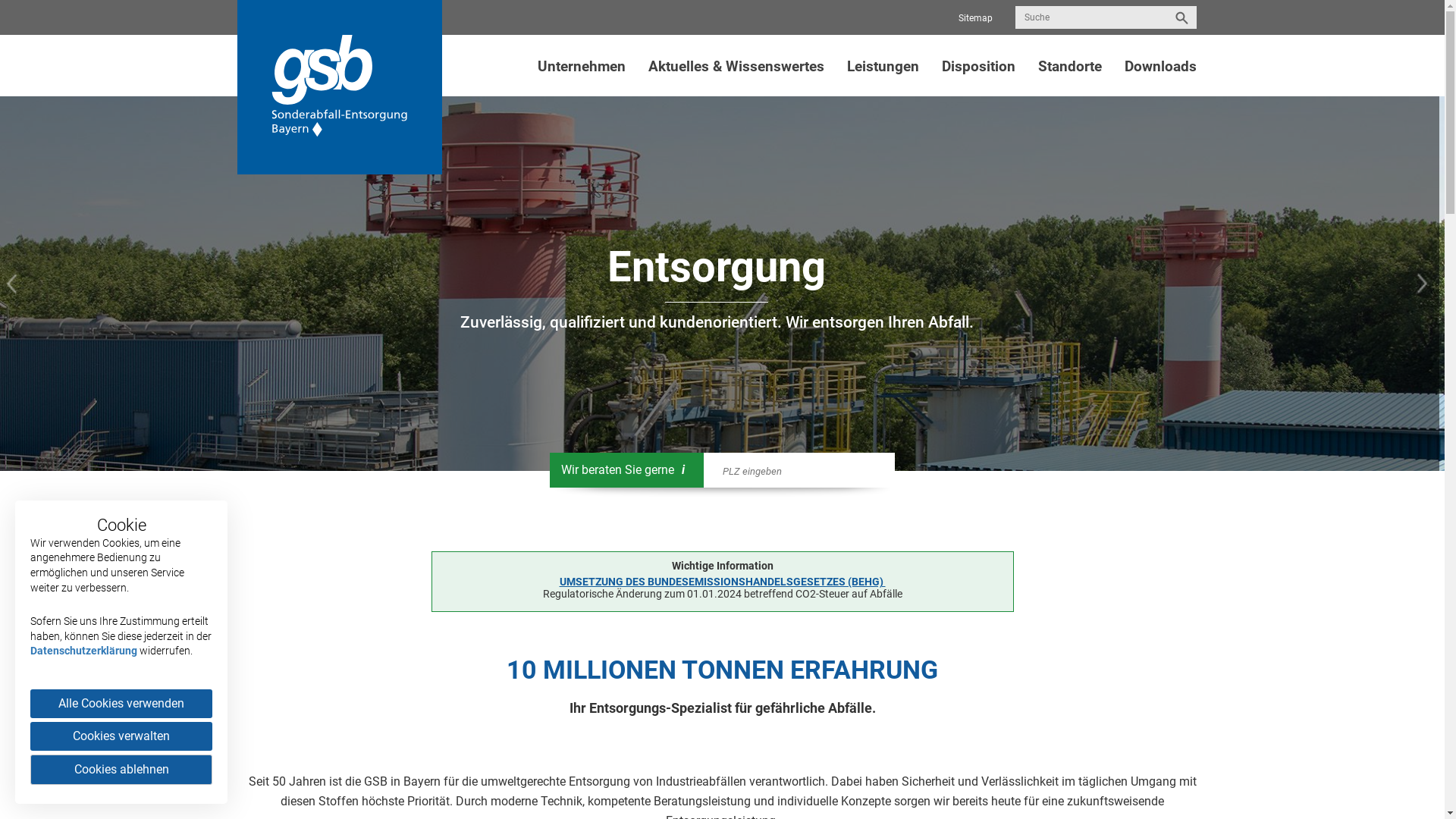 The width and height of the screenshot is (1456, 819). What do you see at coordinates (1159, 65) in the screenshot?
I see `'Downloads'` at bounding box center [1159, 65].